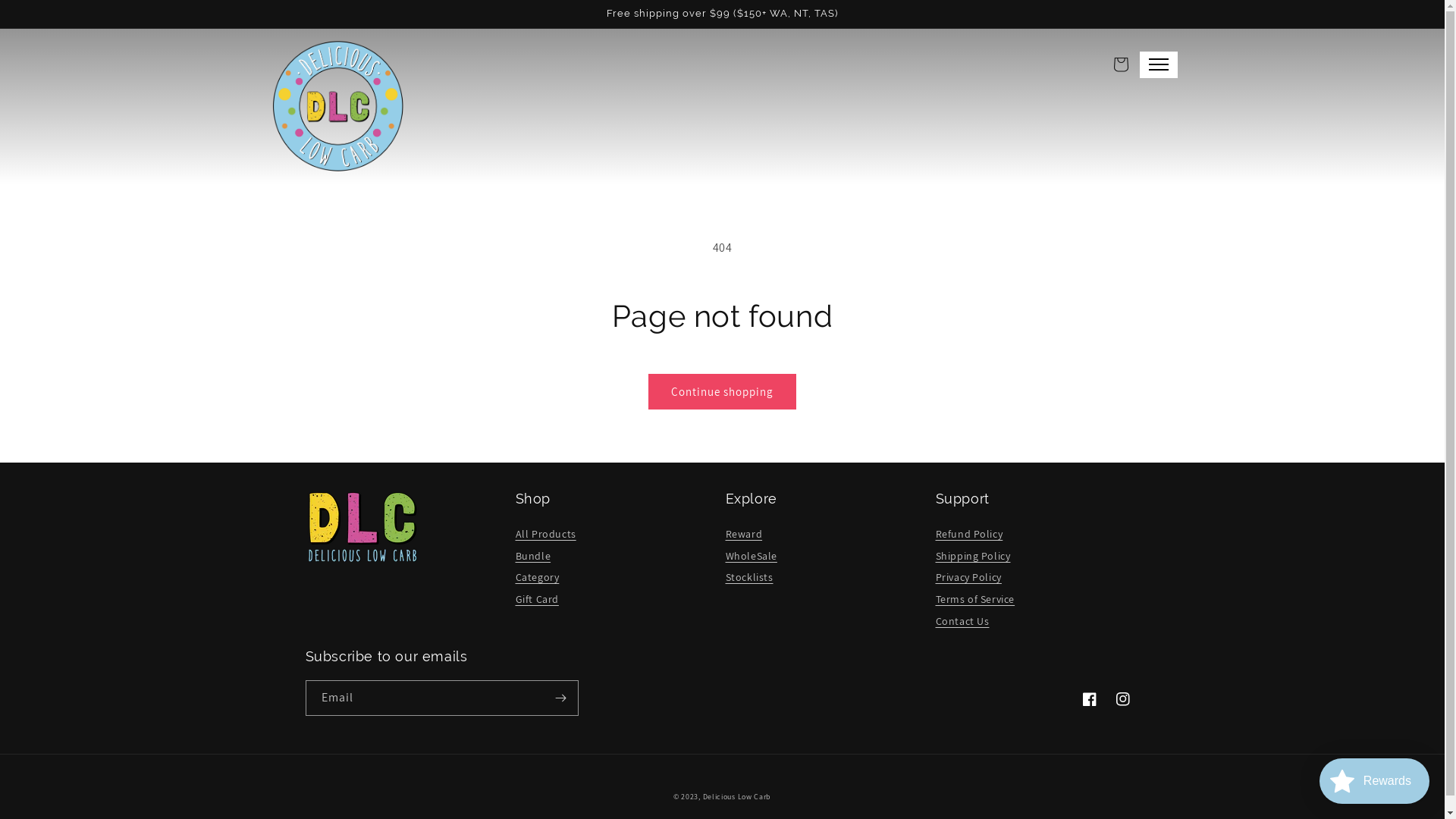 The height and width of the screenshot is (819, 1456). Describe the element at coordinates (1122, 698) in the screenshot. I see `'Instagram'` at that location.